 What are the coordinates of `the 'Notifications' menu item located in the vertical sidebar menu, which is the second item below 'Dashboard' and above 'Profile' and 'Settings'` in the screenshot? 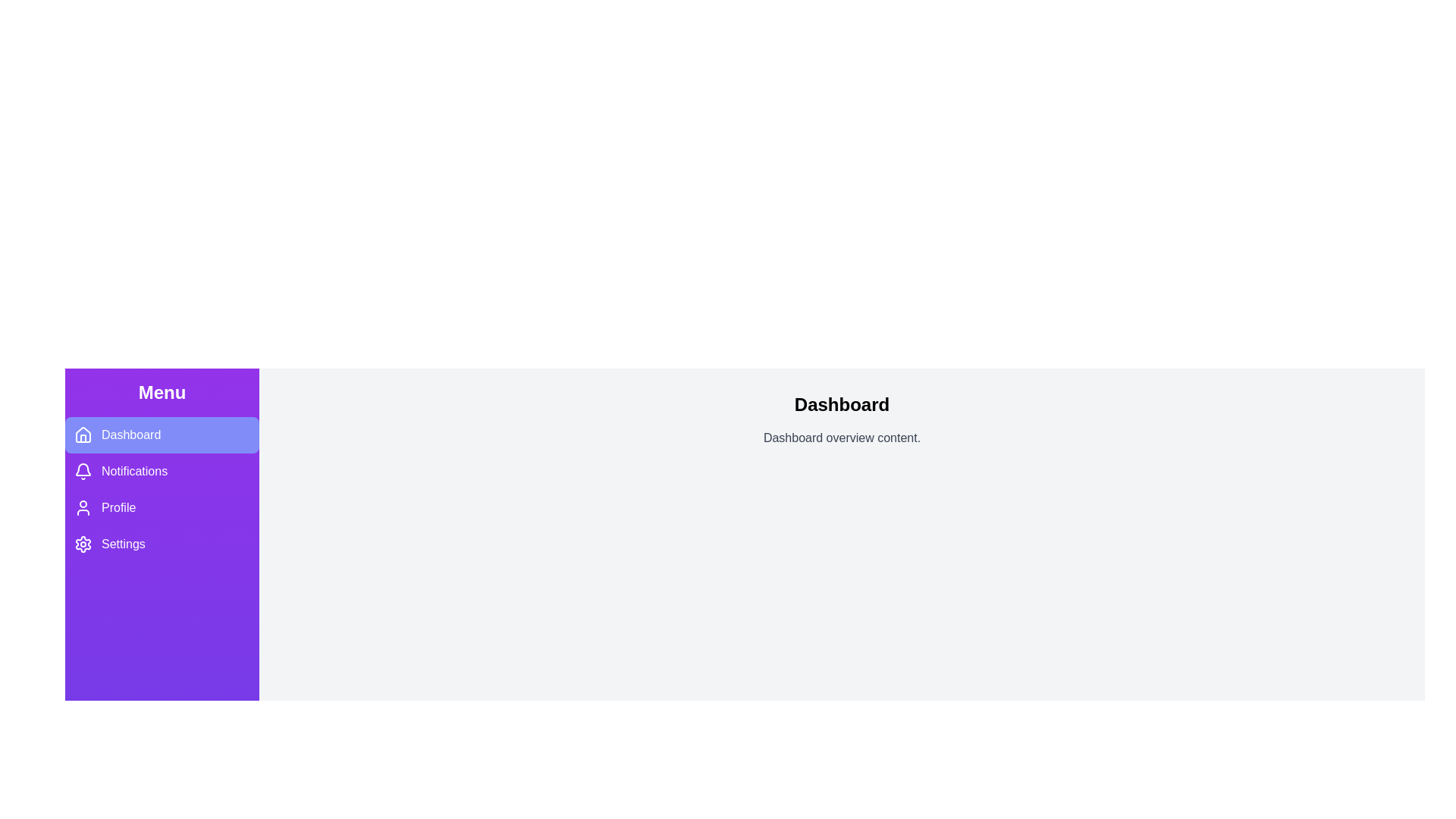 It's located at (162, 489).